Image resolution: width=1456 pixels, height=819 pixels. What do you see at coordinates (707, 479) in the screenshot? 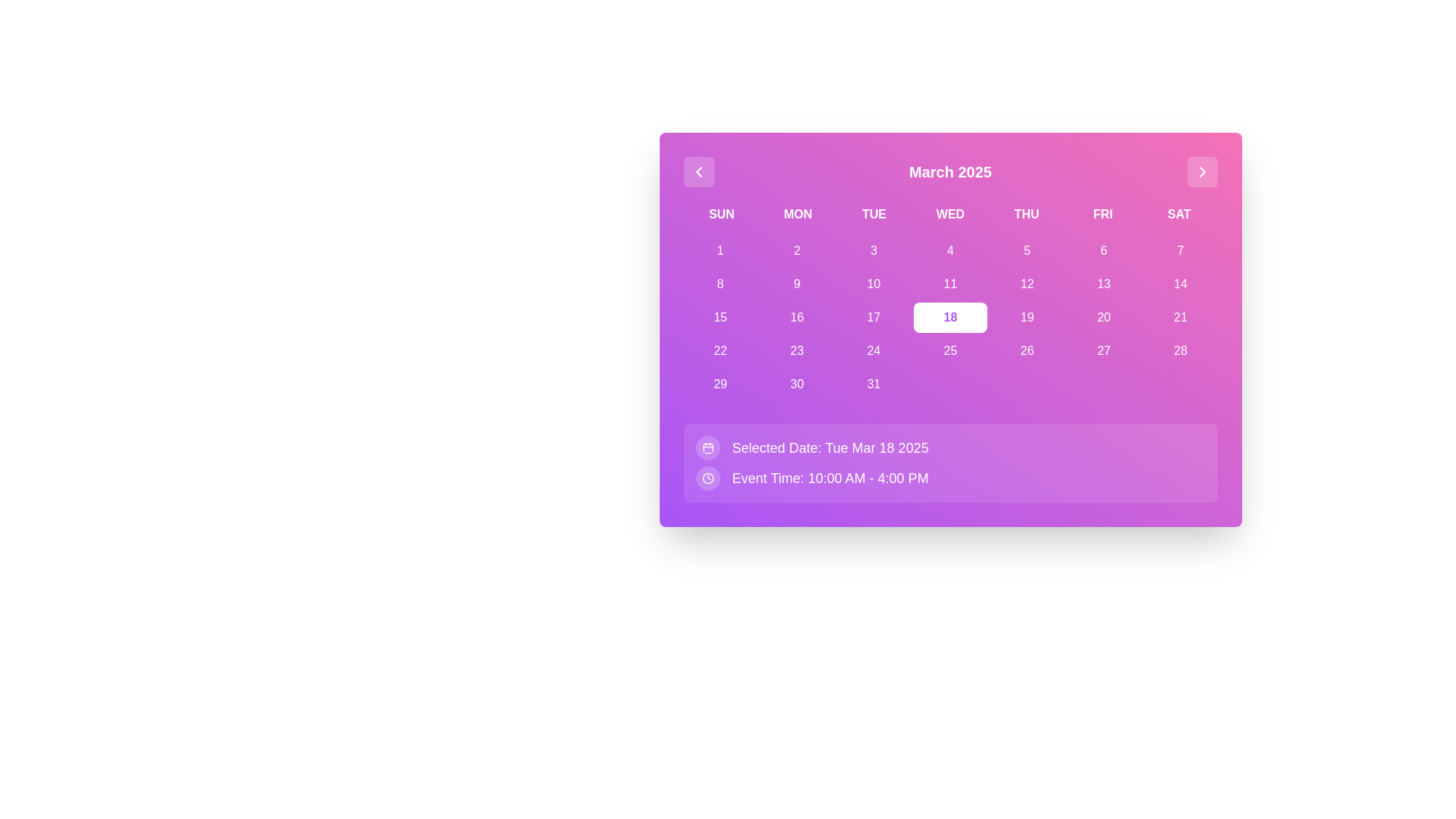
I see `the circular icon with a clock symbol, which is surrounded by a purple background and positioned to the left of the text 'Event Time: 10:00 AM - 4:00 PM'` at bounding box center [707, 479].